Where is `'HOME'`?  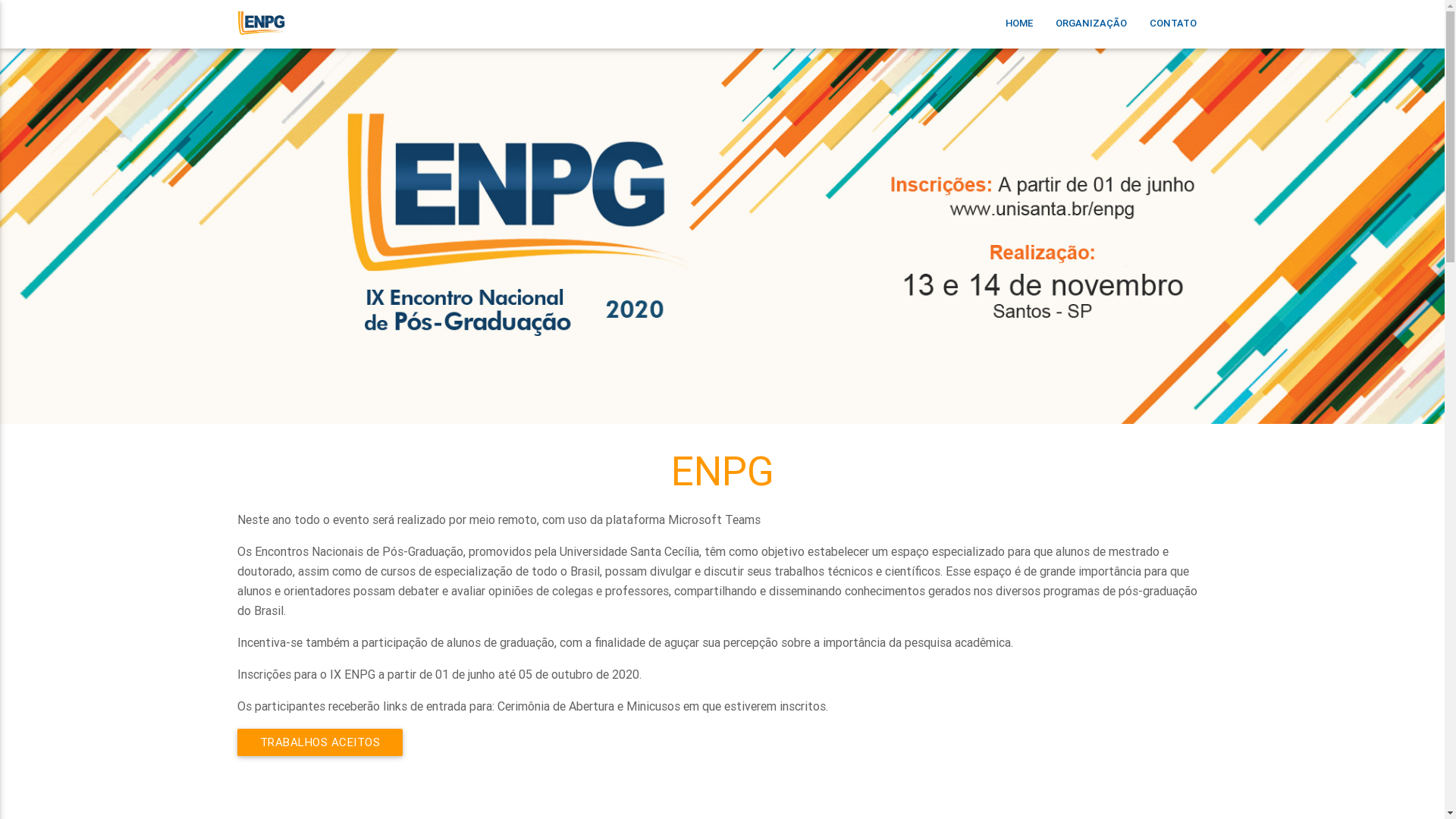 'HOME' is located at coordinates (1018, 38).